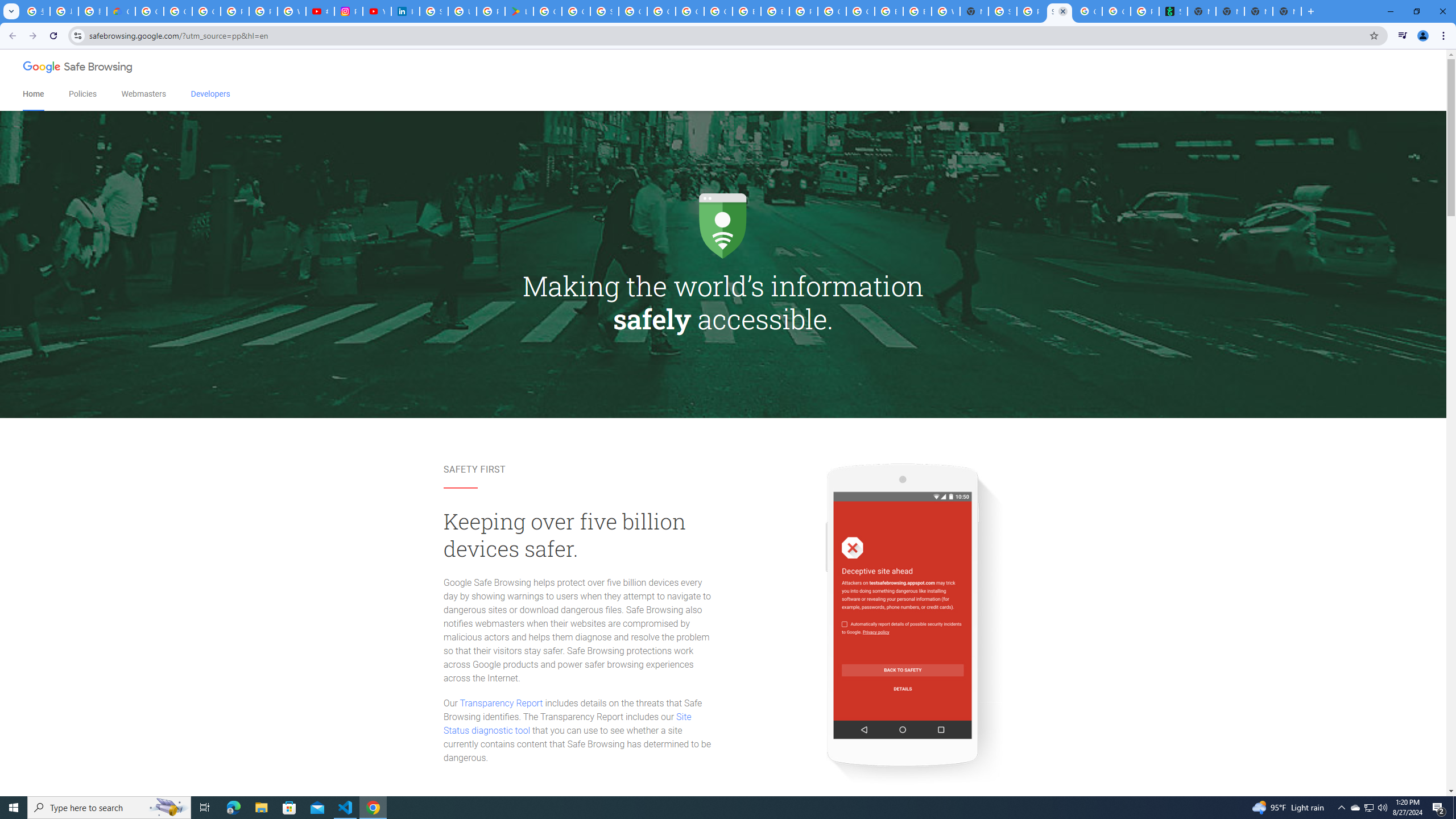  What do you see at coordinates (519, 11) in the screenshot?
I see `'Last Shelter: Survival - Apps on Google Play'` at bounding box center [519, 11].